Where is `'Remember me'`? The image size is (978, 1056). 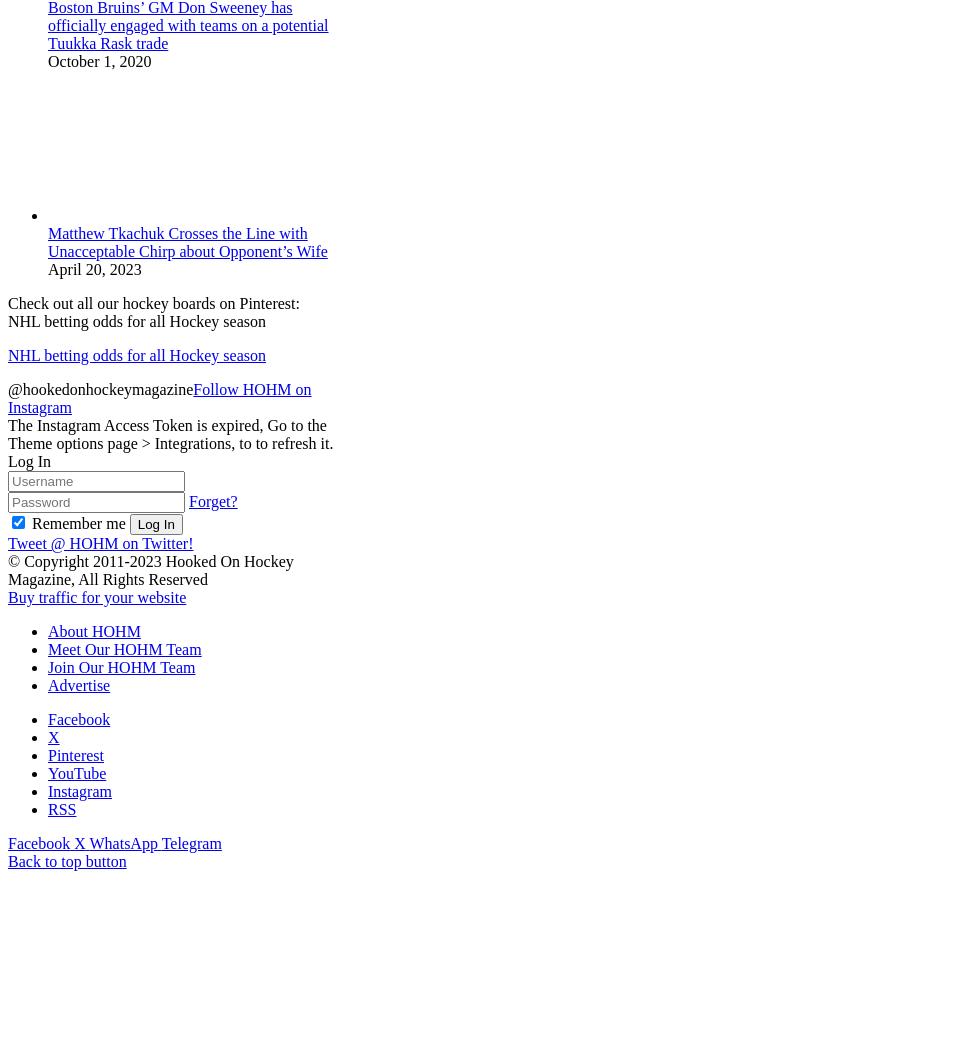
'Remember me' is located at coordinates (78, 521).